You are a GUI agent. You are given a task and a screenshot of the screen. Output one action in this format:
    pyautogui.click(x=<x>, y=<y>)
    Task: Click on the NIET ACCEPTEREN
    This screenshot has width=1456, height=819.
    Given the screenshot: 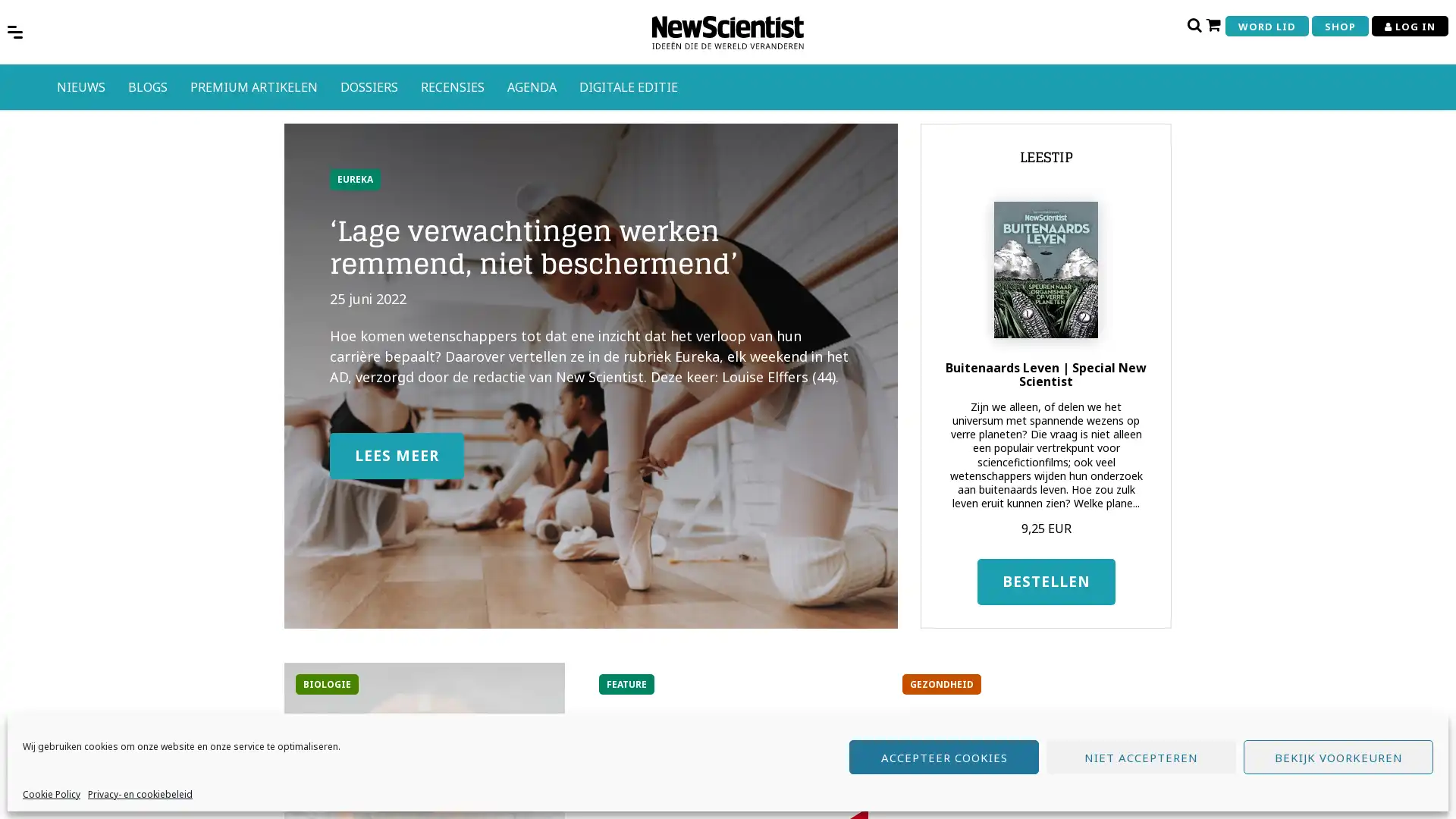 What is the action you would take?
    pyautogui.click(x=1141, y=757)
    